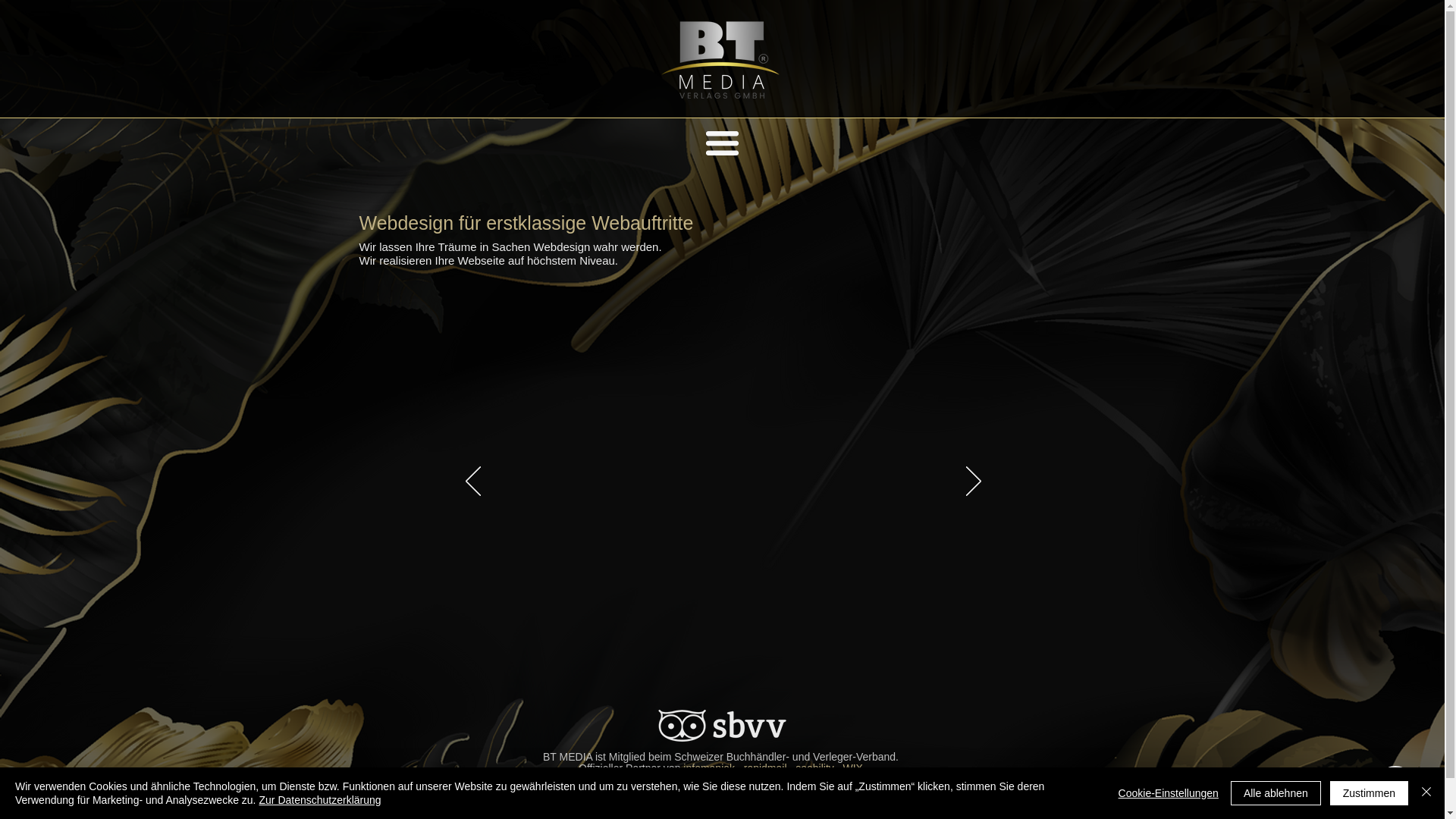 This screenshot has height=819, width=1456. I want to click on 'info@btmedia.ch', so click(799, 803).